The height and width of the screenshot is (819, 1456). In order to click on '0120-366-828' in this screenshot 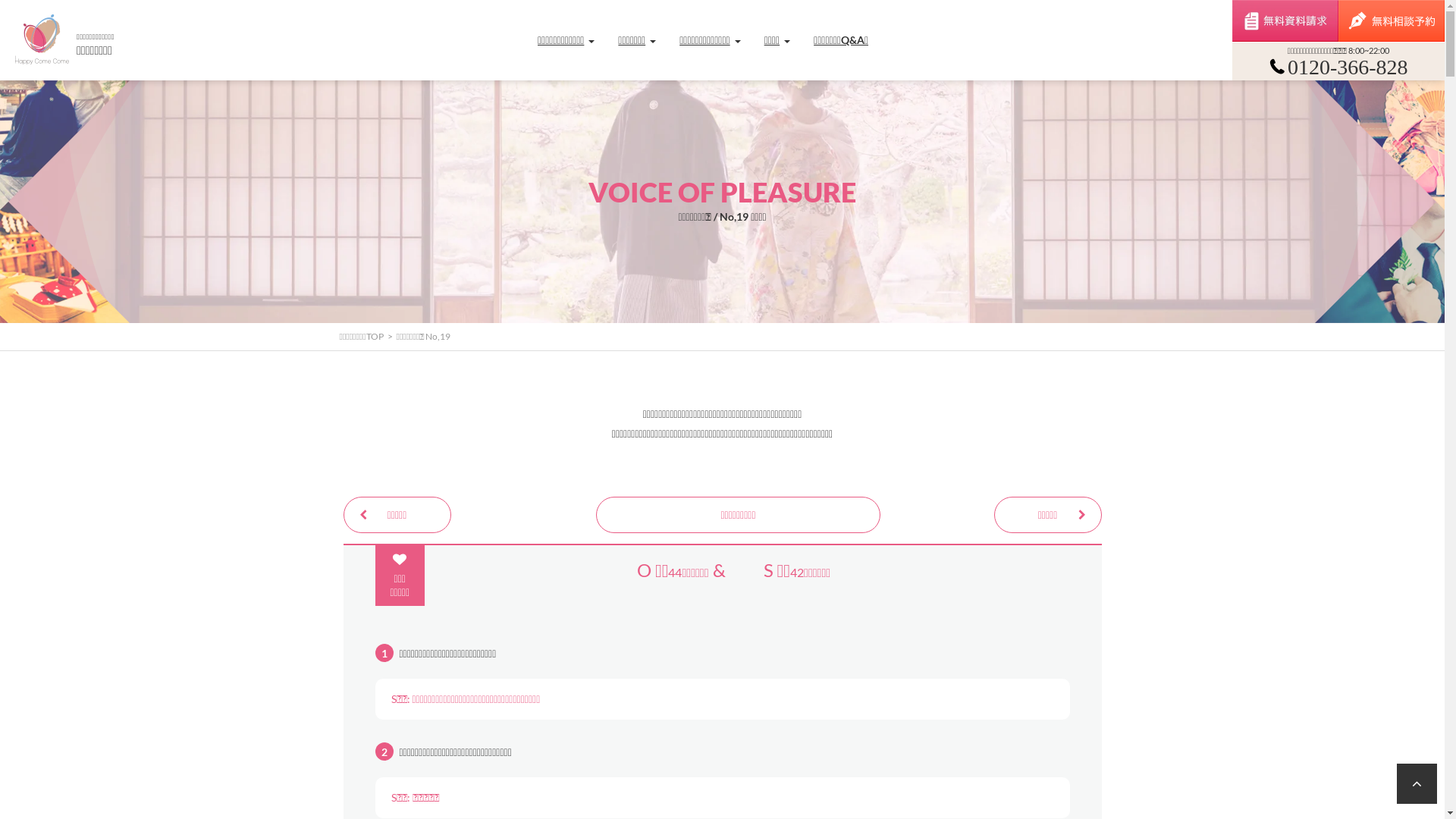, I will do `click(1338, 73)`.